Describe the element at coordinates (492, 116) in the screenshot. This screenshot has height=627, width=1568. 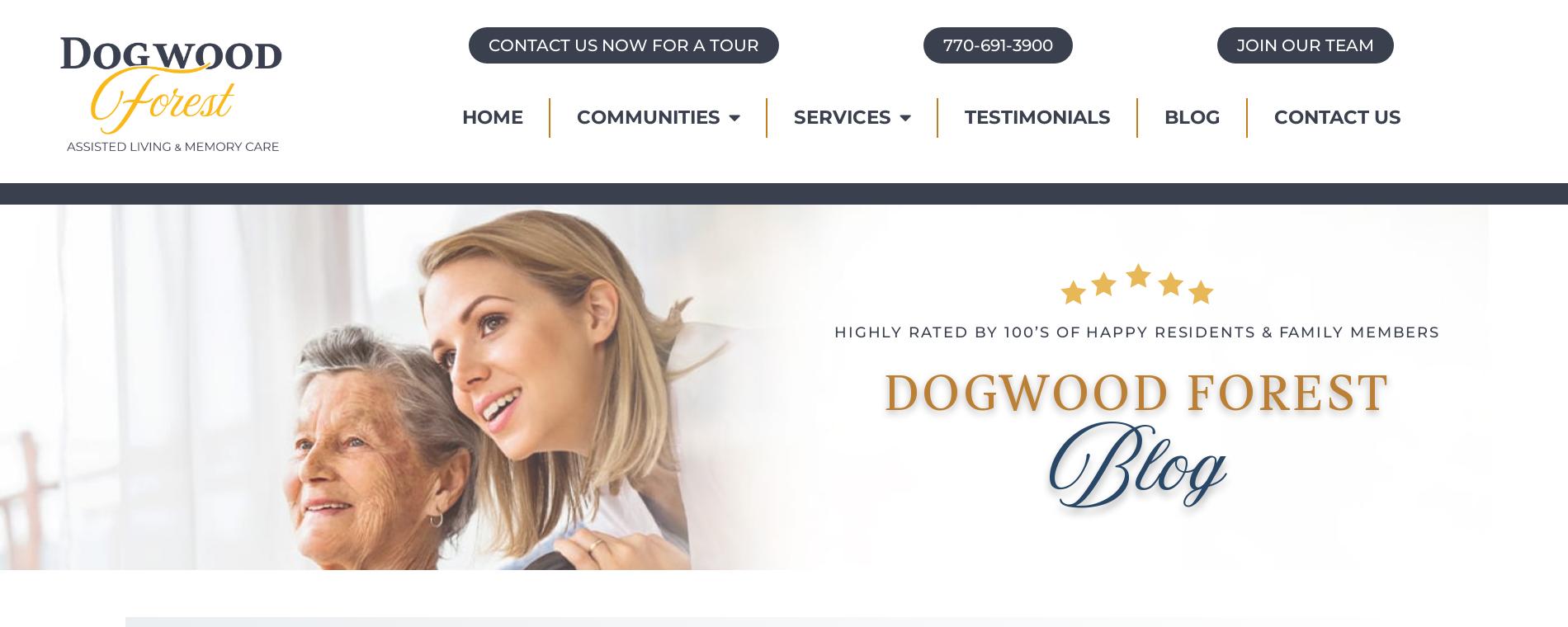
I see `'Home'` at that location.